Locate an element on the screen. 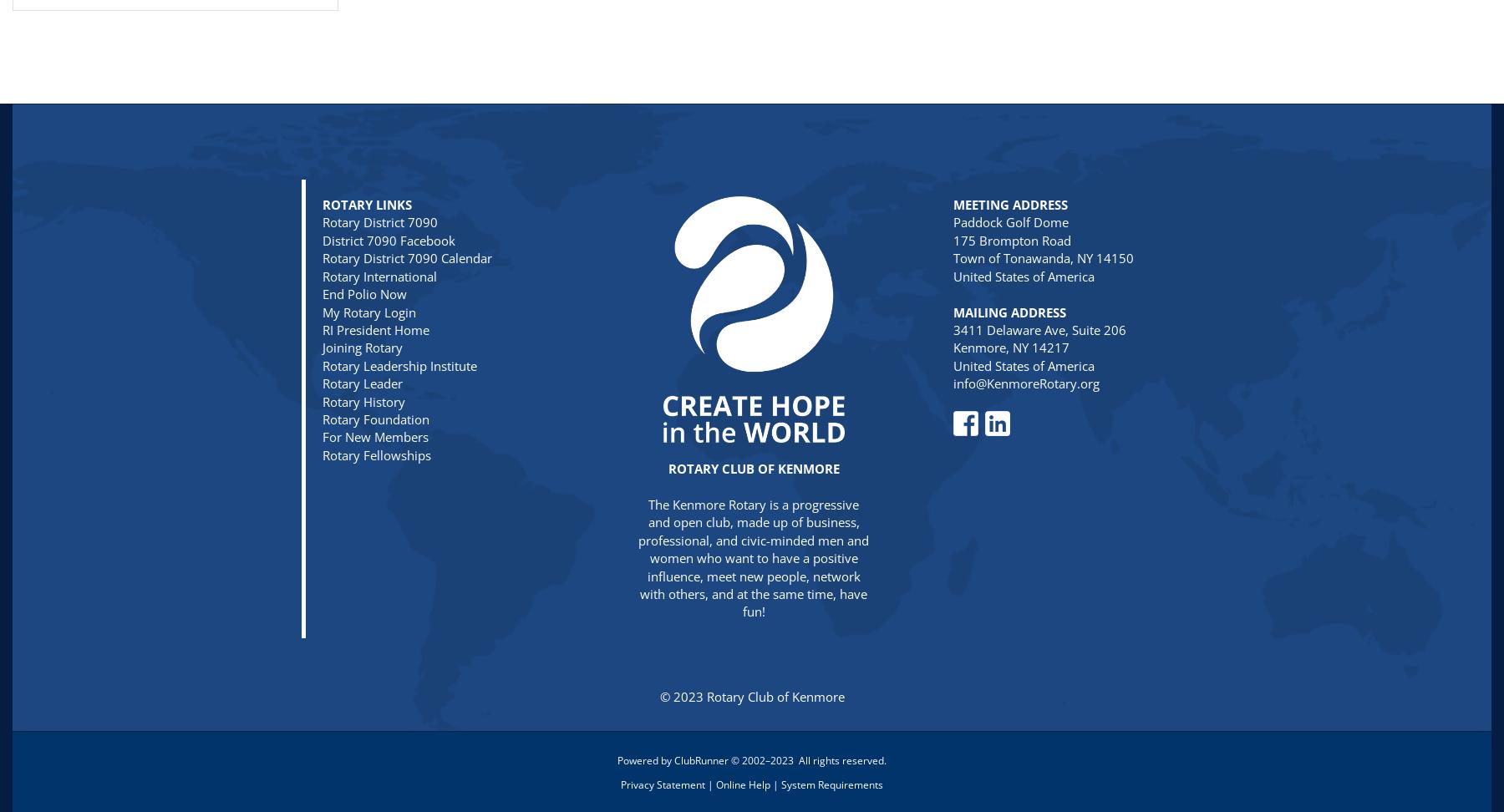  'Rotary Fellowships' is located at coordinates (376, 454).